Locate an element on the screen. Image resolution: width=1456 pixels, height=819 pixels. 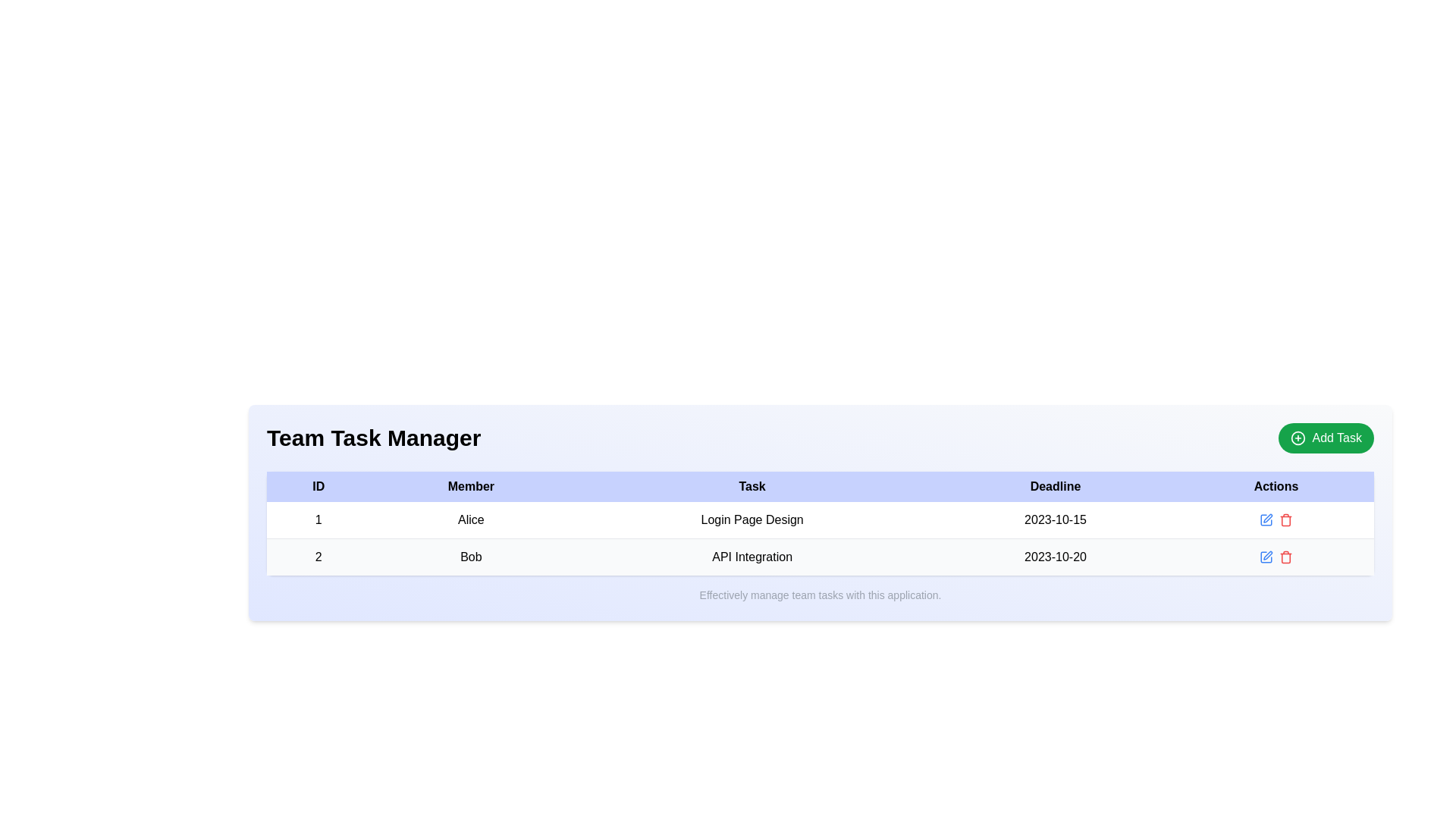
the Text Label that serves as the header for the 'Actions' column in the table, positioned at the top right of the header row is located at coordinates (1276, 486).